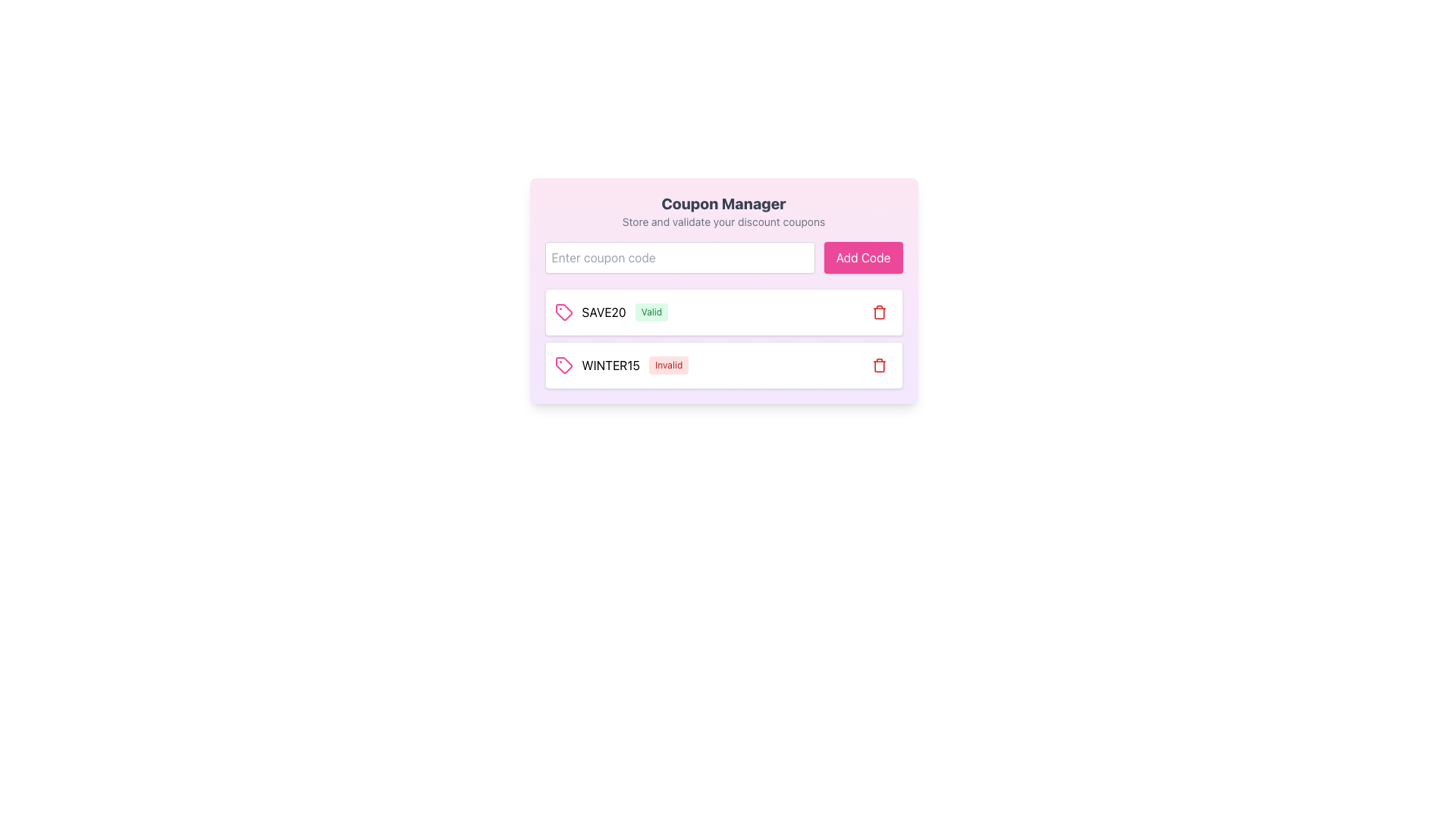 The image size is (1456, 819). Describe the element at coordinates (610, 366) in the screenshot. I see `the second text label displaying the coupon code 'WINTER15' in the coupon manager interface, which is positioned before the 'Invalid' label` at that location.